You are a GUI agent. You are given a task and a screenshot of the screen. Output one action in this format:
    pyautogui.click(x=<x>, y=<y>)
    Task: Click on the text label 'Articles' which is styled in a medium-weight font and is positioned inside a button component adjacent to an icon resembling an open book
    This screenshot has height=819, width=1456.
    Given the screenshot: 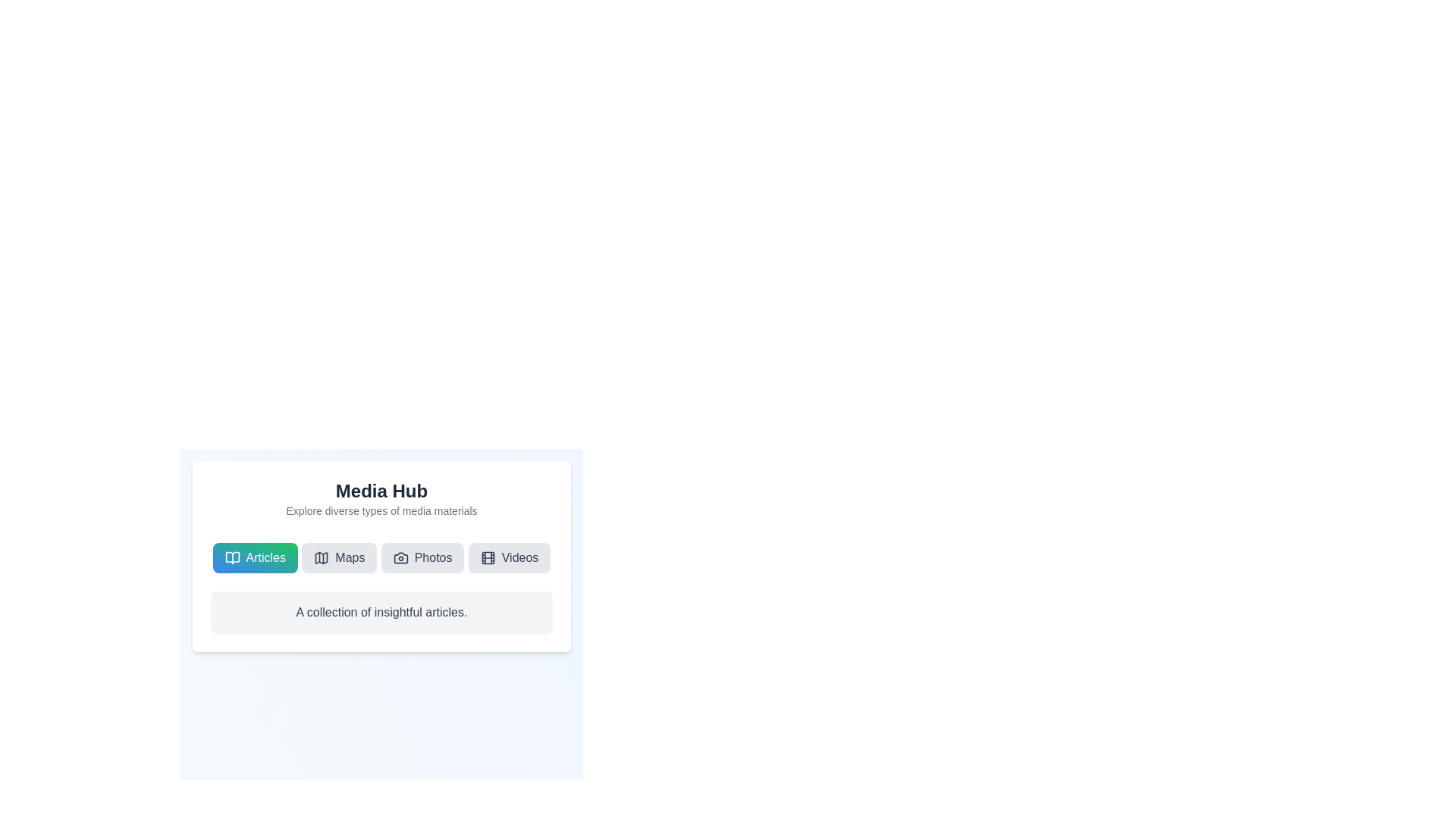 What is the action you would take?
    pyautogui.click(x=265, y=558)
    